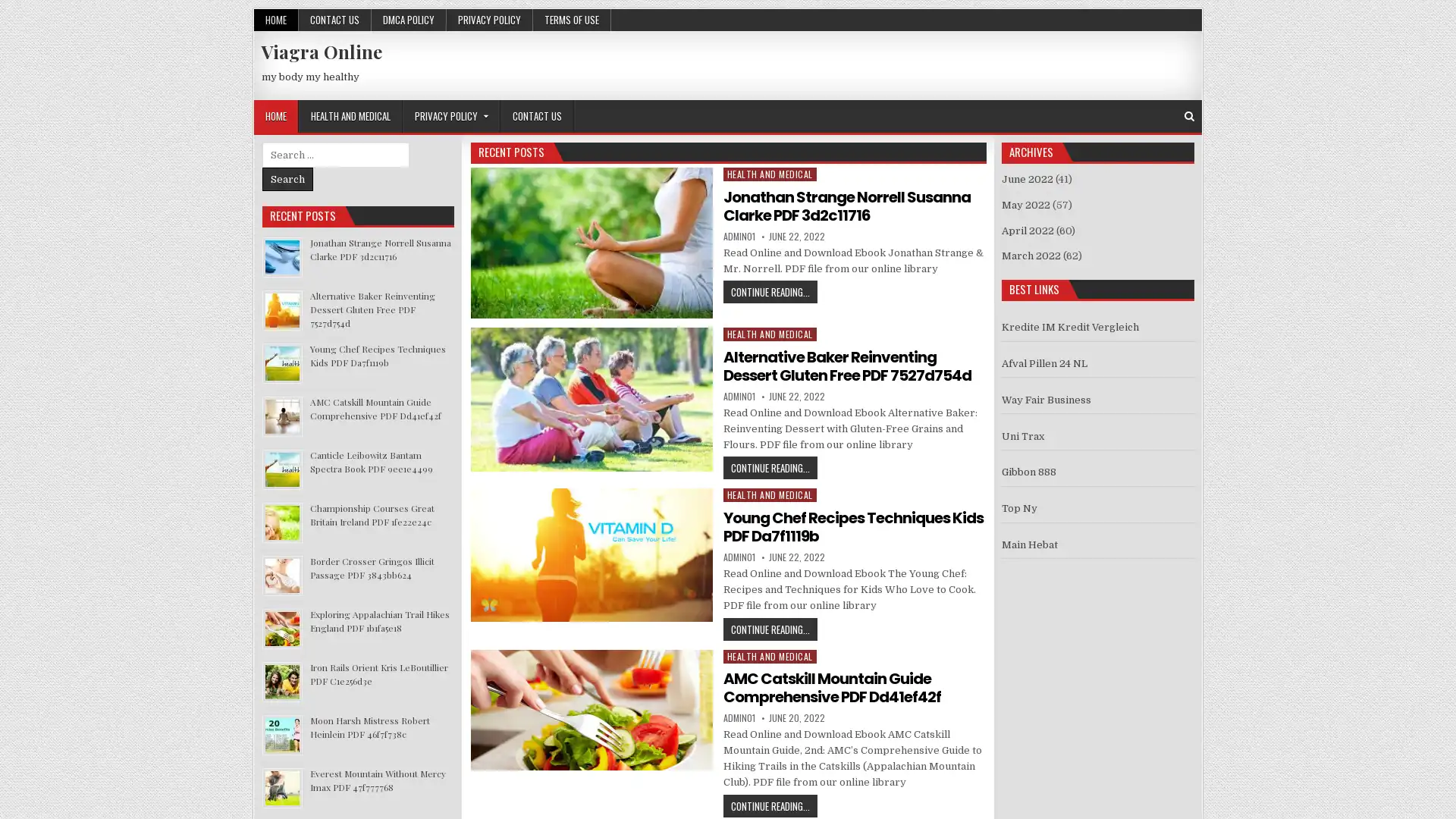  Describe the element at coordinates (287, 178) in the screenshot. I see `Search` at that location.